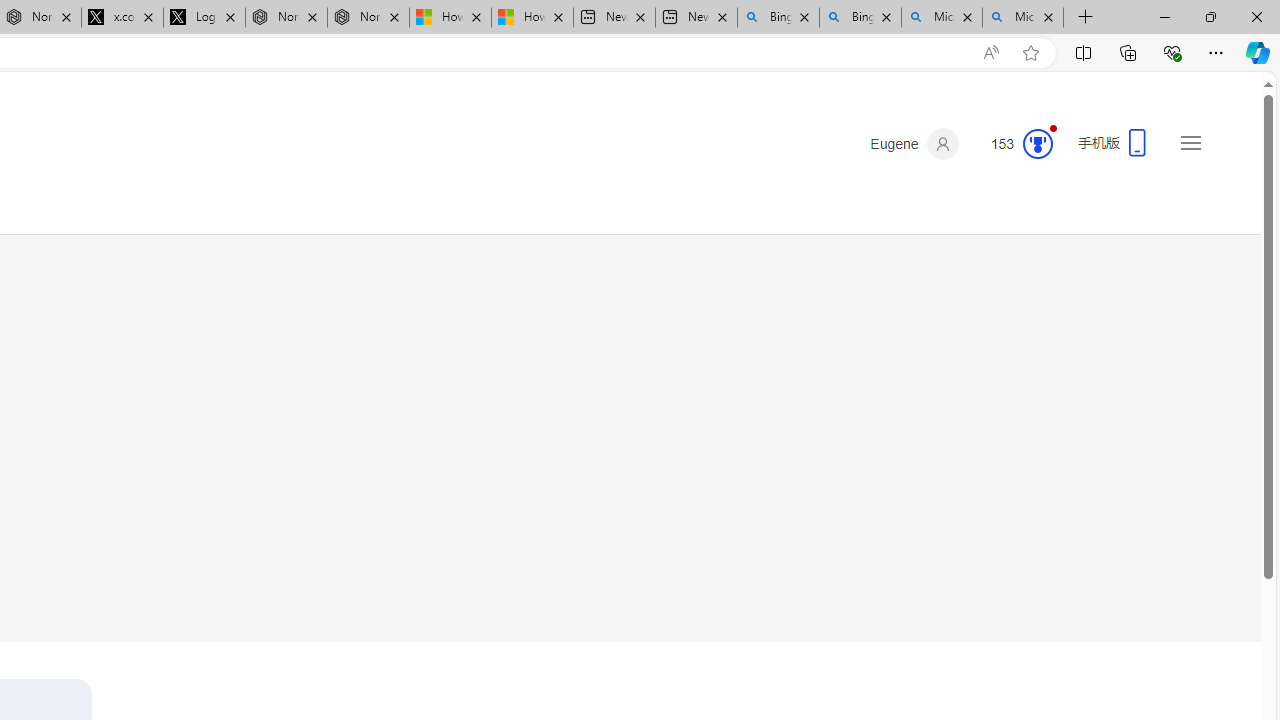 The height and width of the screenshot is (720, 1280). Describe the element at coordinates (121, 17) in the screenshot. I see `'x.com/NordaceOfficial'` at that location.